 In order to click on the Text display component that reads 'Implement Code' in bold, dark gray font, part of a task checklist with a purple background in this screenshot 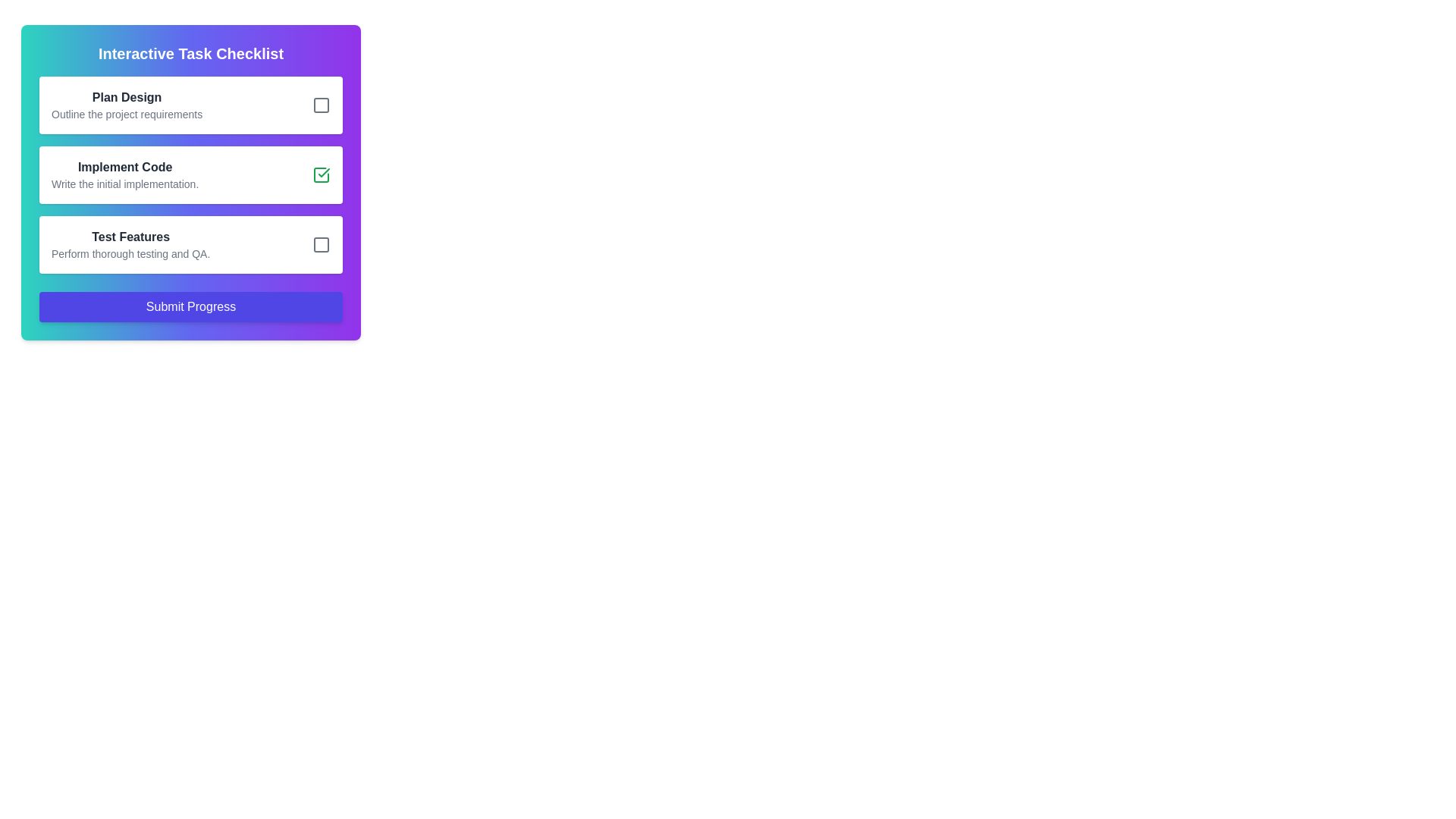, I will do `click(125, 174)`.